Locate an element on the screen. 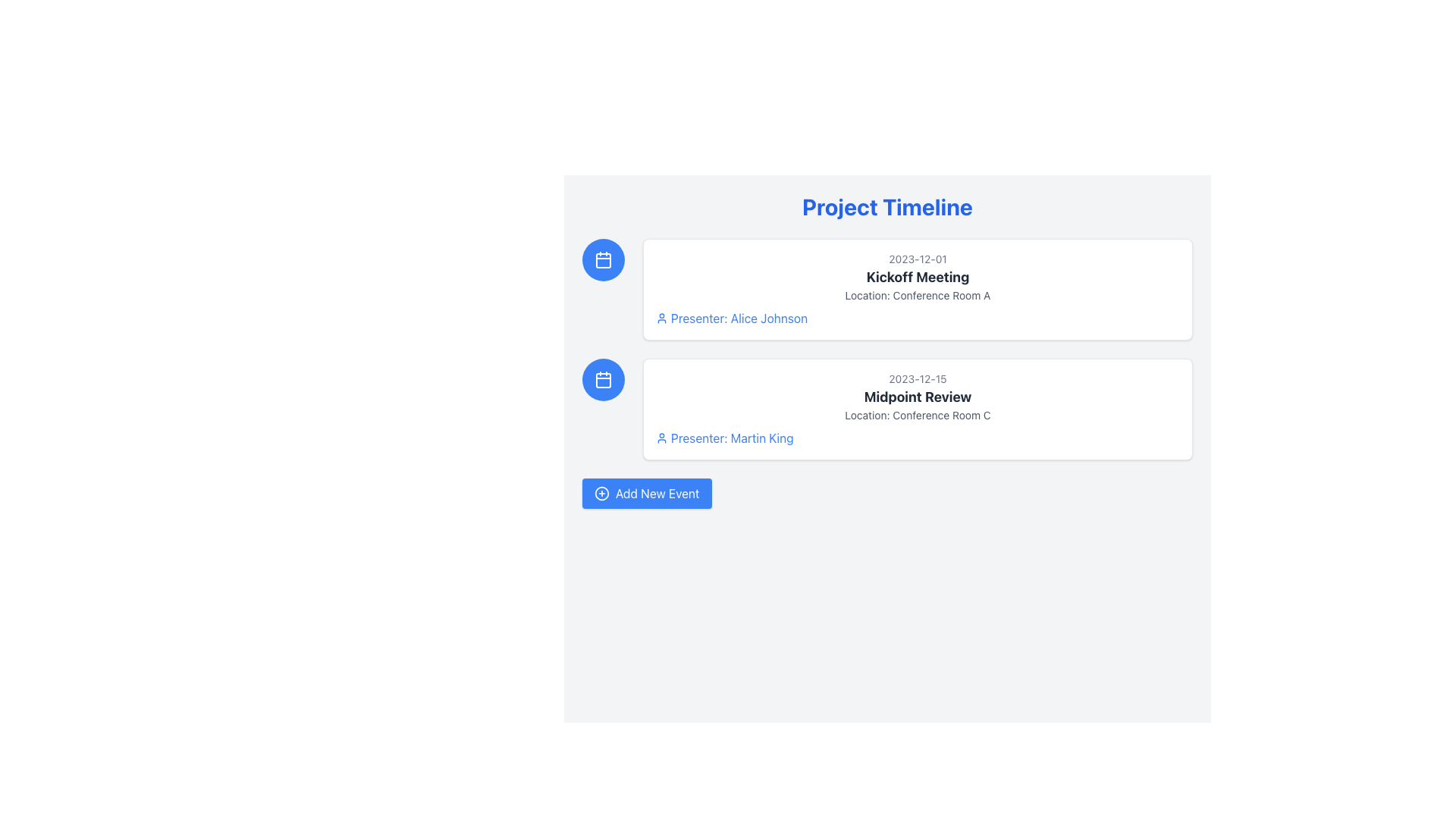  the user presenter icon located to the left of the text 'Presenter: Alice Johnson' in the timeline interface is located at coordinates (662, 318).